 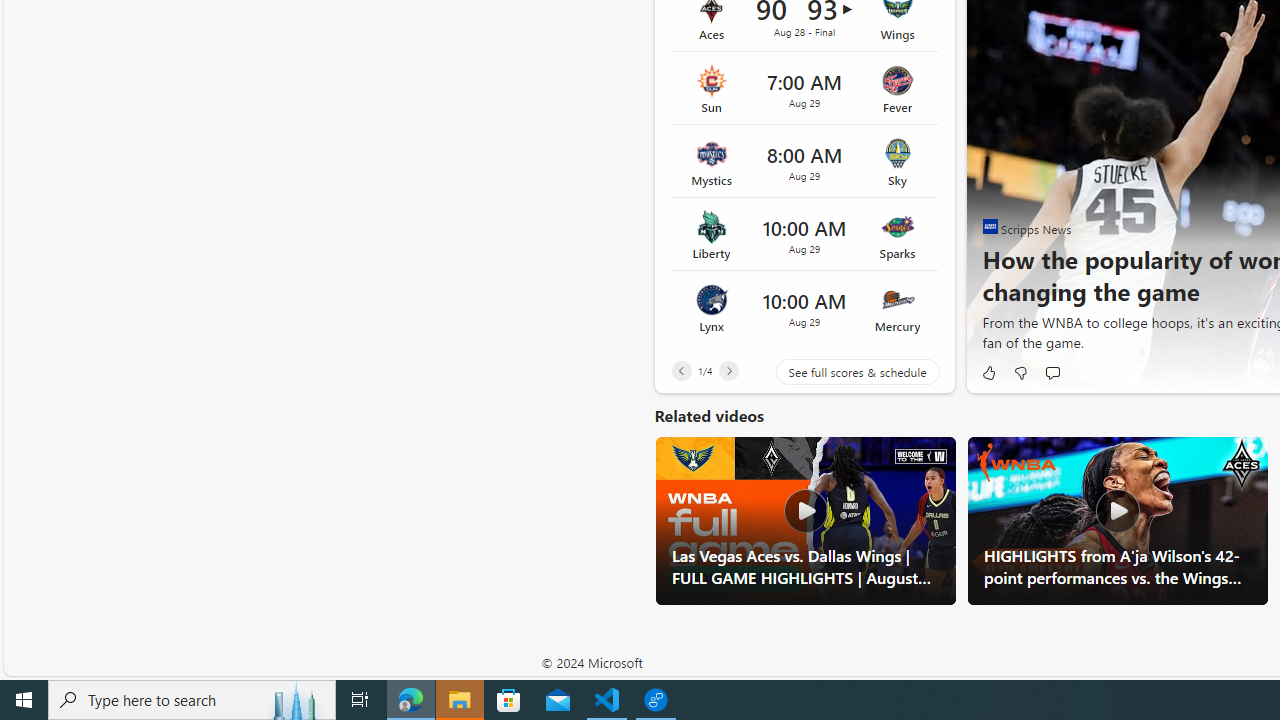 I want to click on 'Previous', so click(x=681, y=370).